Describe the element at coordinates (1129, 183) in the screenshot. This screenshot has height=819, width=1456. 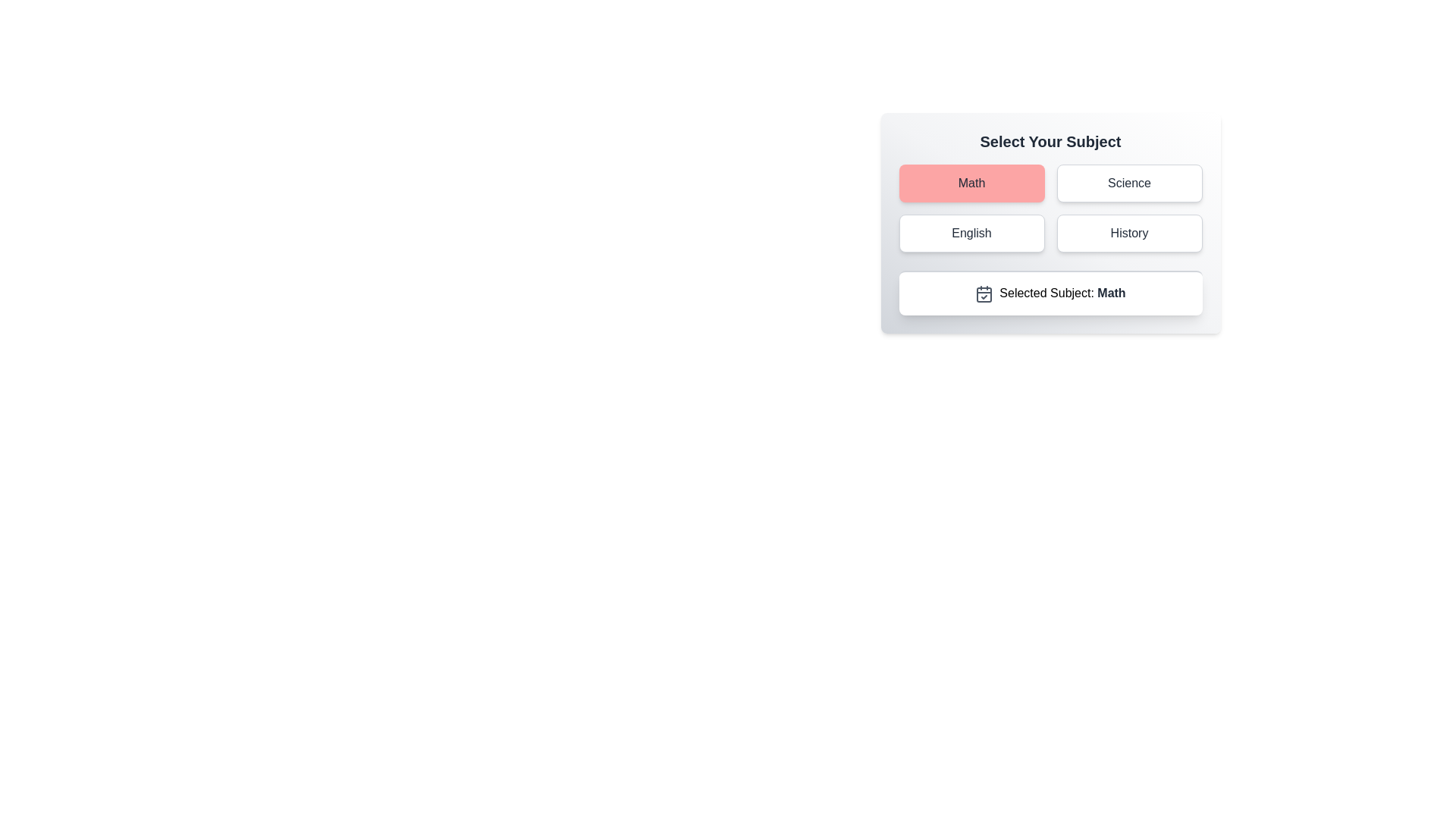
I see `the rectangular button labeled 'Science', which is the second button in the top row of the two-by-two grid layout` at that location.